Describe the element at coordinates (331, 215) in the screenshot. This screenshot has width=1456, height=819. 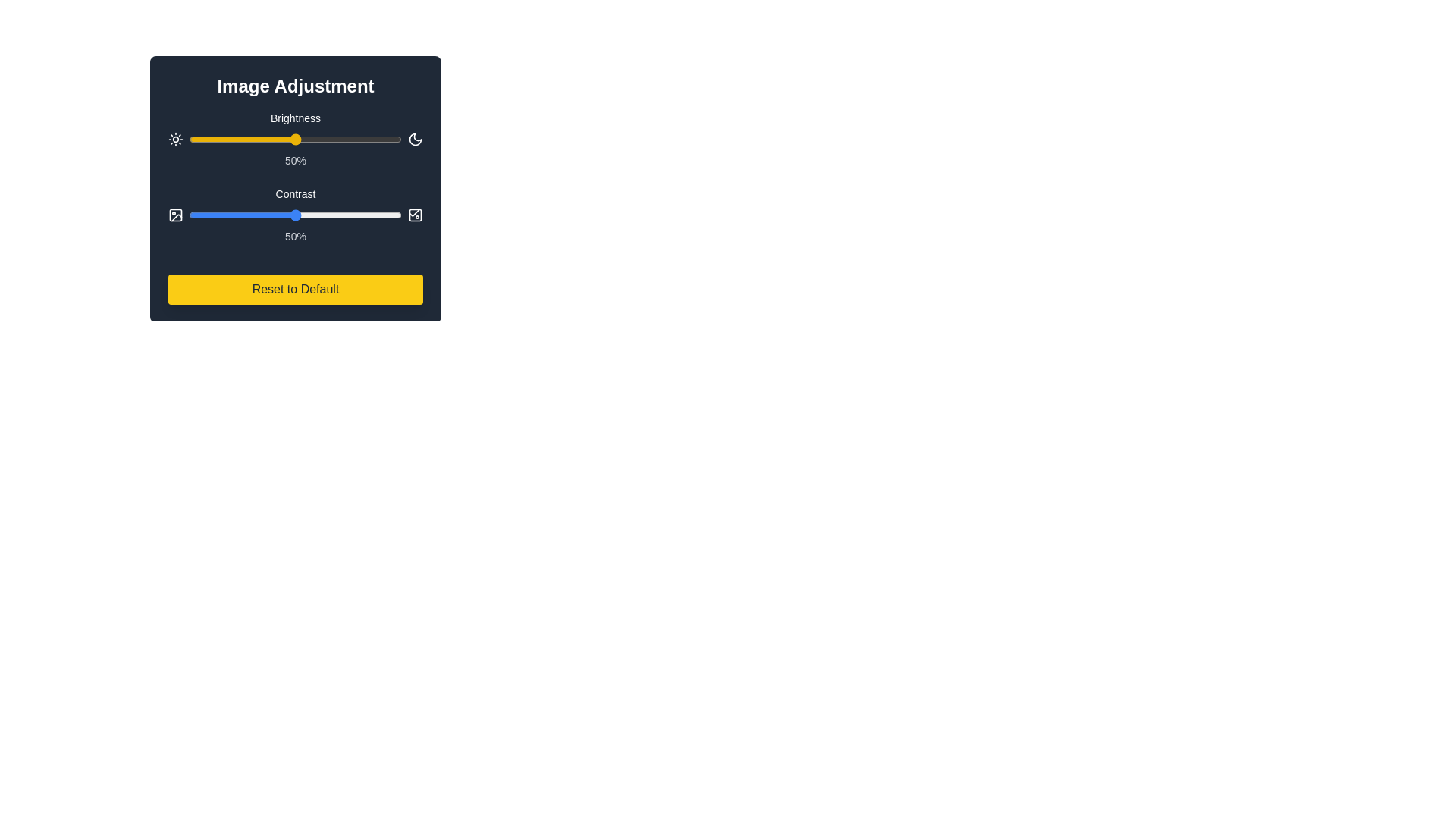
I see `the contrast level` at that location.